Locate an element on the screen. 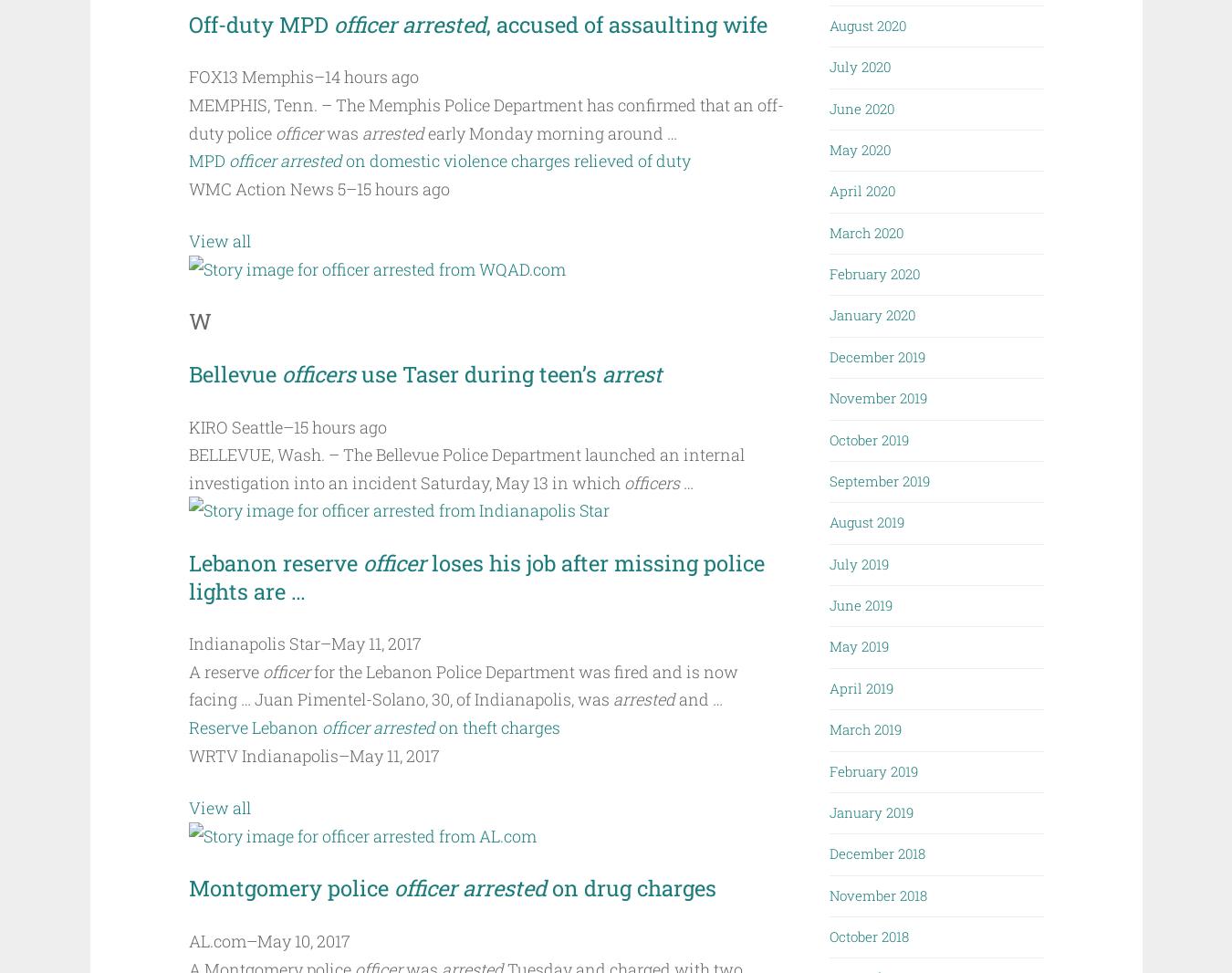 Image resolution: width=1232 pixels, height=973 pixels. 'August 2020' is located at coordinates (866, 23).